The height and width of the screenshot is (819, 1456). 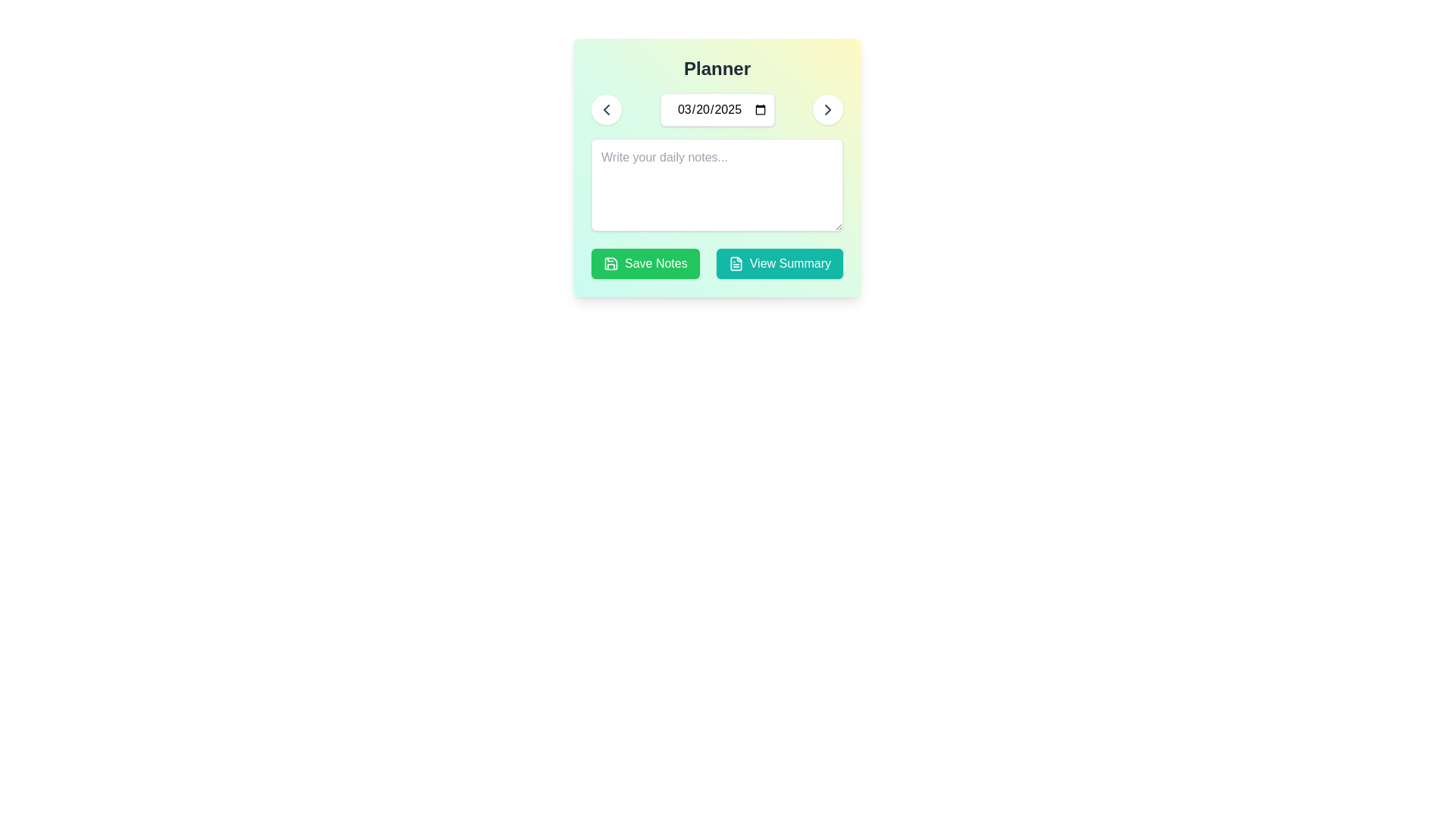 What do you see at coordinates (716, 109) in the screenshot?
I see `the date picker input field located centrally within the 'Planner' panel to change the date` at bounding box center [716, 109].